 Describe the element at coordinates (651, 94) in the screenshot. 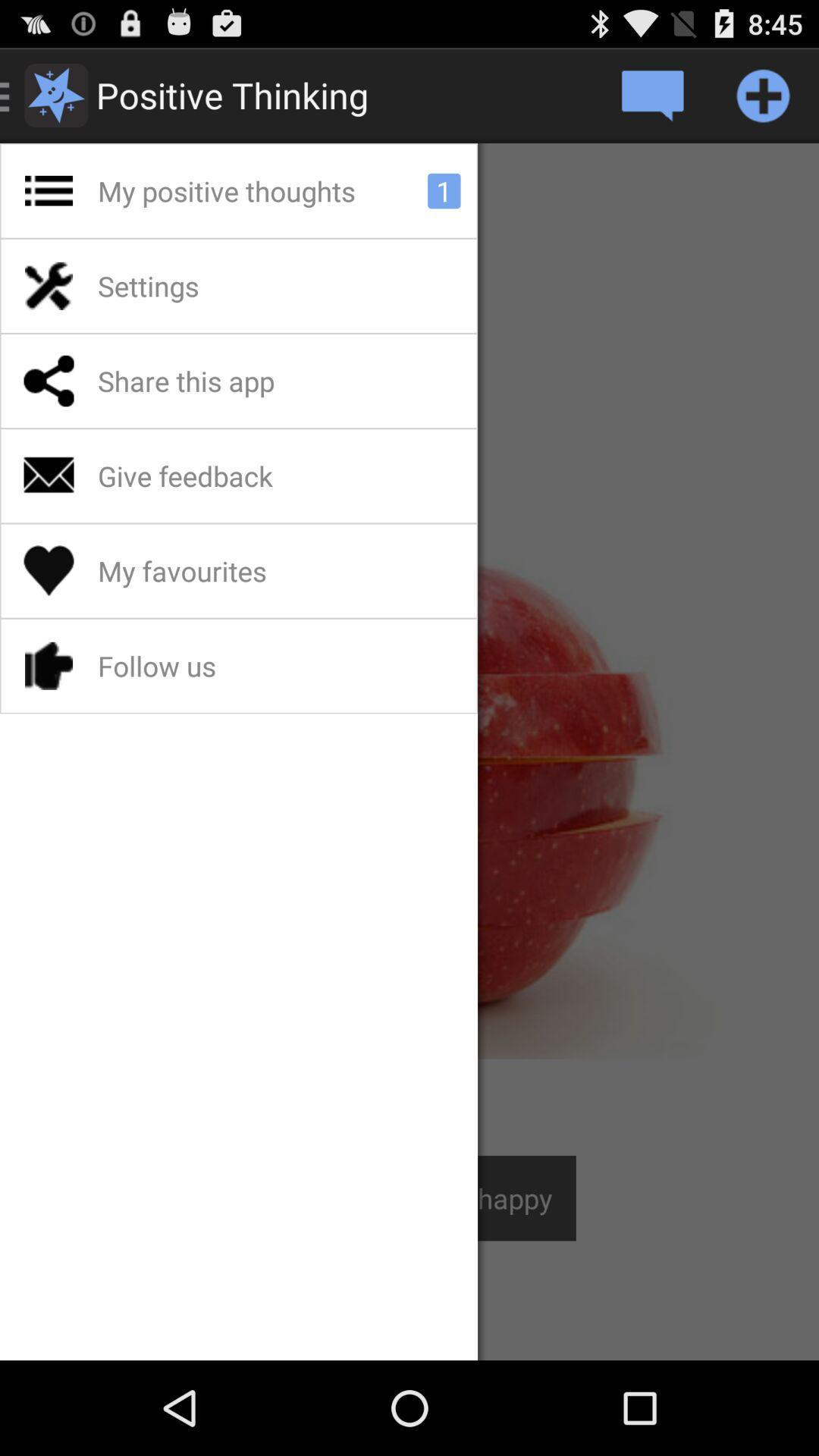

I see `open message` at that location.